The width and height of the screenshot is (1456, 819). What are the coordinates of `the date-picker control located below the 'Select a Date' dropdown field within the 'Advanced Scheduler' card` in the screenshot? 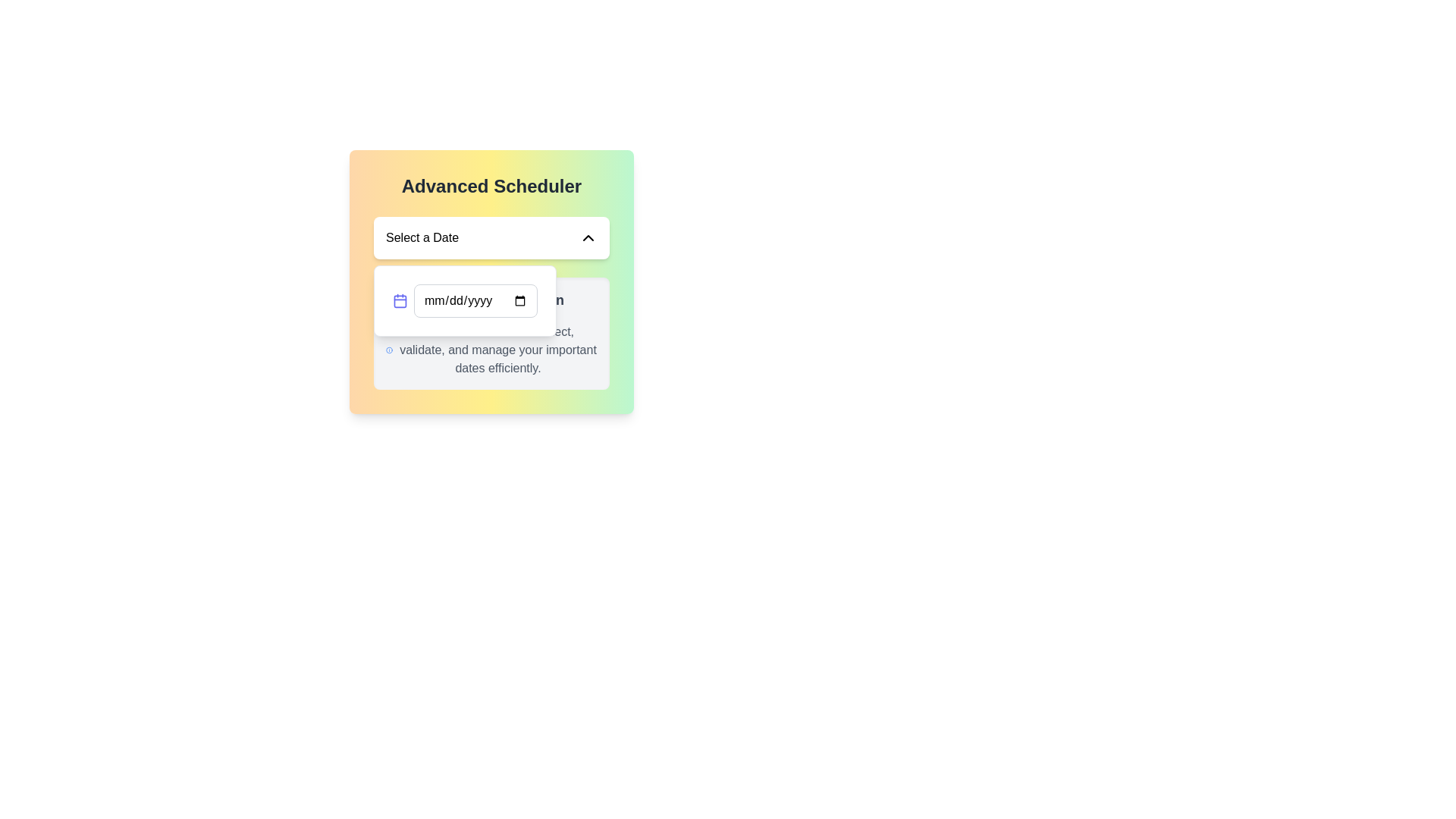 It's located at (464, 301).